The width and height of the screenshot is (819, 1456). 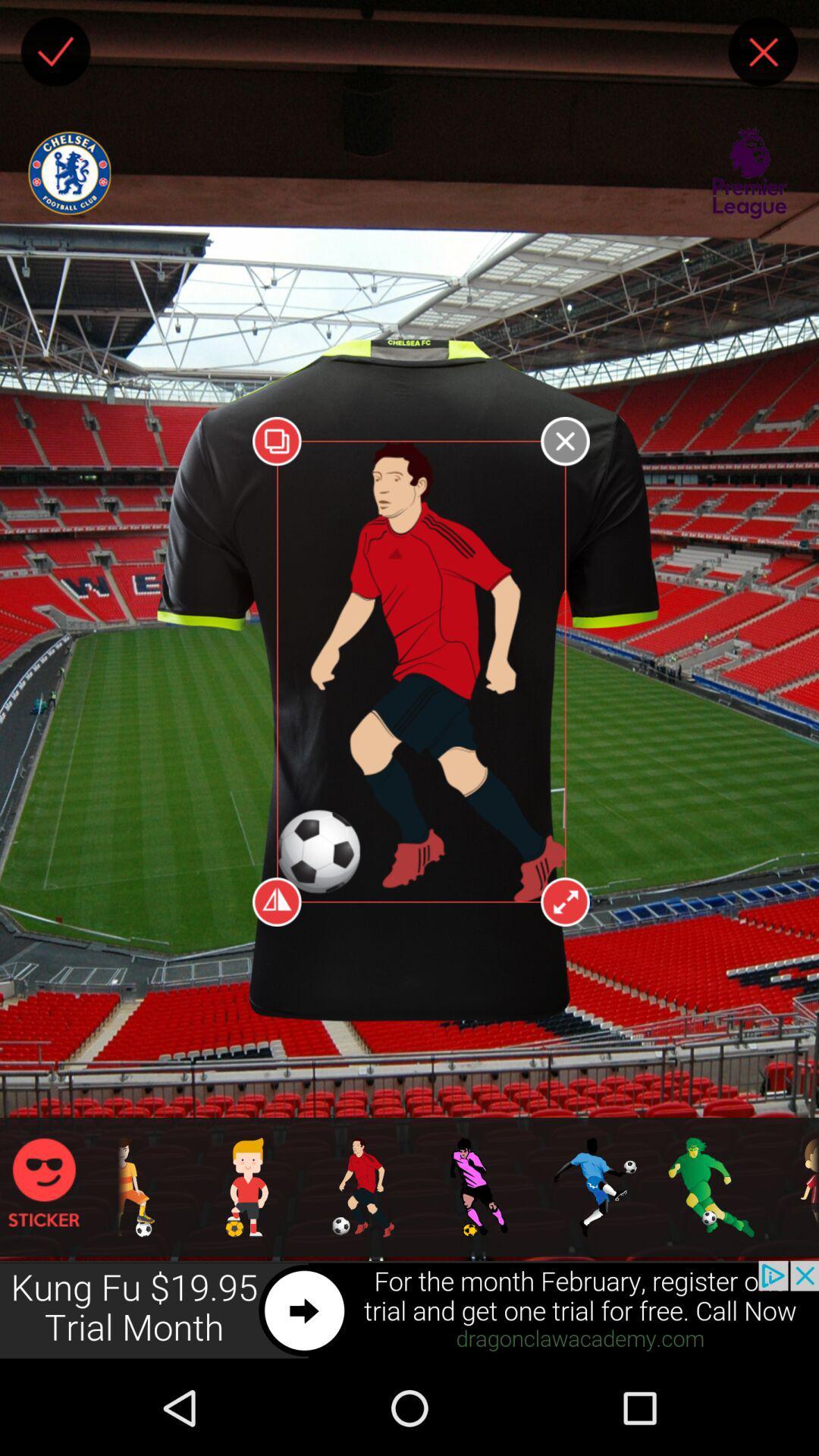 I want to click on the check icon, so click(x=55, y=55).